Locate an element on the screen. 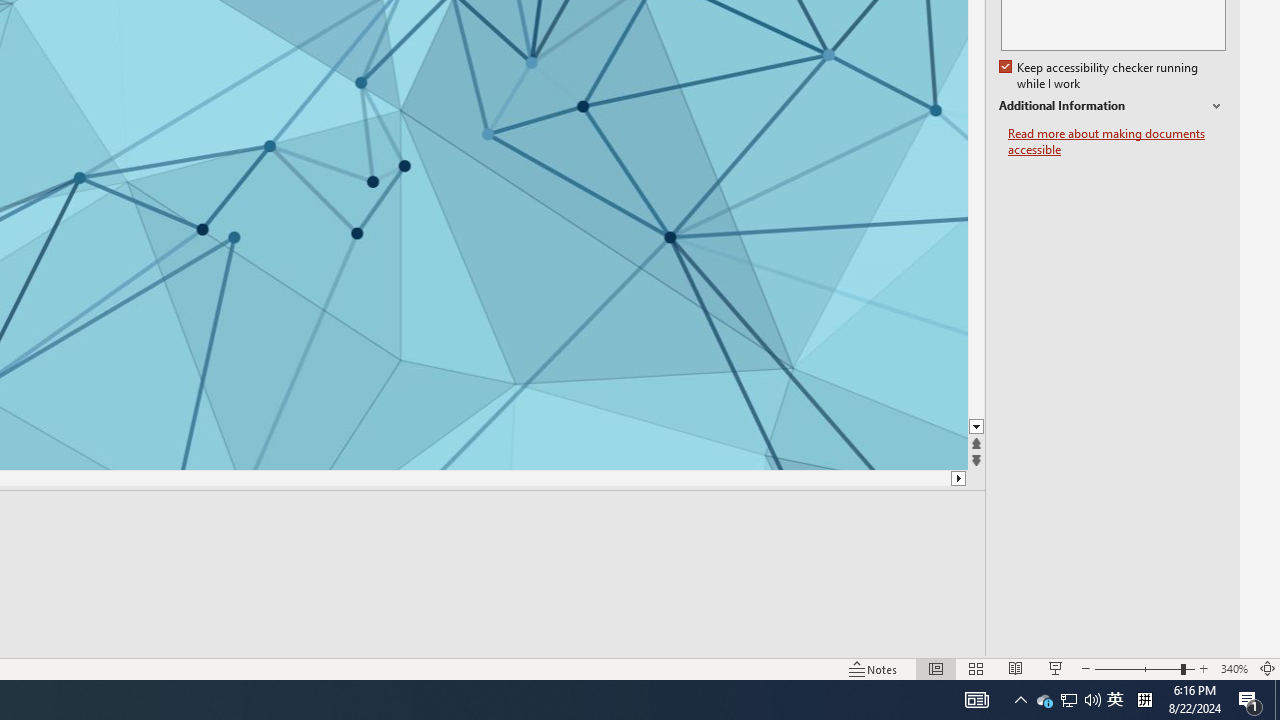  'Zoom 340%' is located at coordinates (1233, 669).